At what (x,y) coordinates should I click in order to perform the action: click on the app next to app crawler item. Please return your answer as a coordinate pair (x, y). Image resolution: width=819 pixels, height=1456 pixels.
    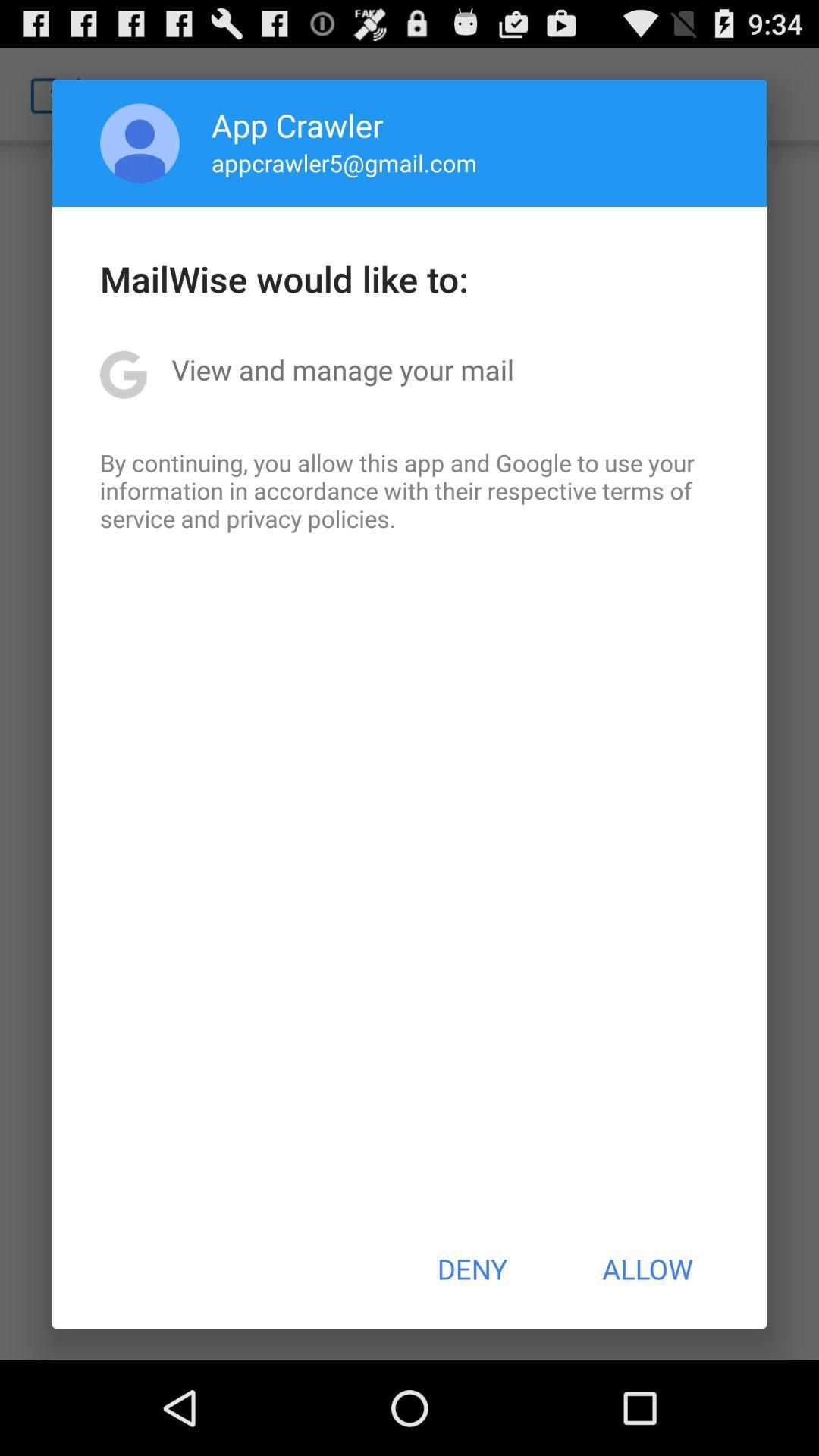
    Looking at the image, I should click on (140, 143).